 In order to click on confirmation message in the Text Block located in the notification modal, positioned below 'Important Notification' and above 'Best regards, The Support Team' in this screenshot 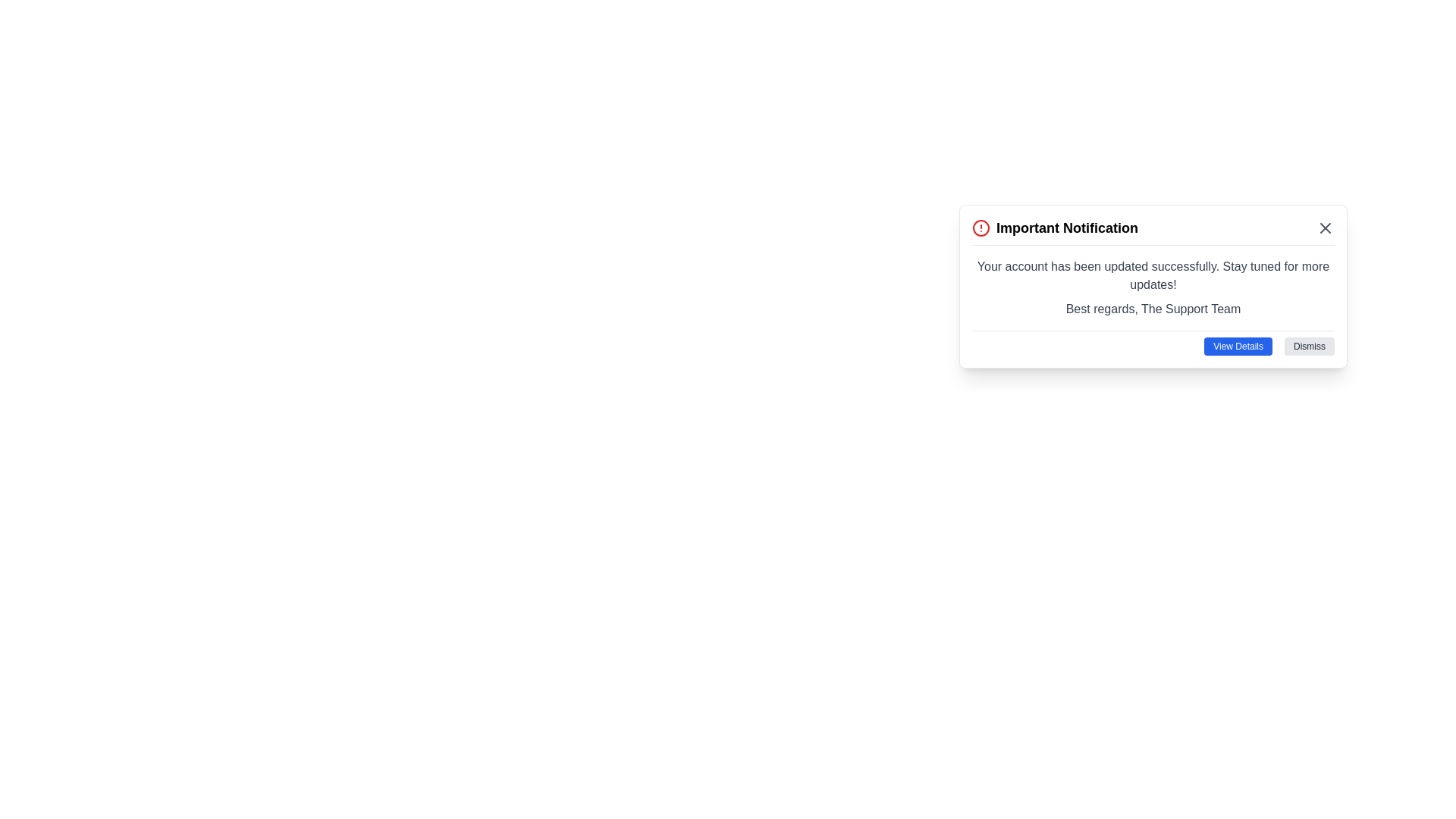, I will do `click(1153, 275)`.